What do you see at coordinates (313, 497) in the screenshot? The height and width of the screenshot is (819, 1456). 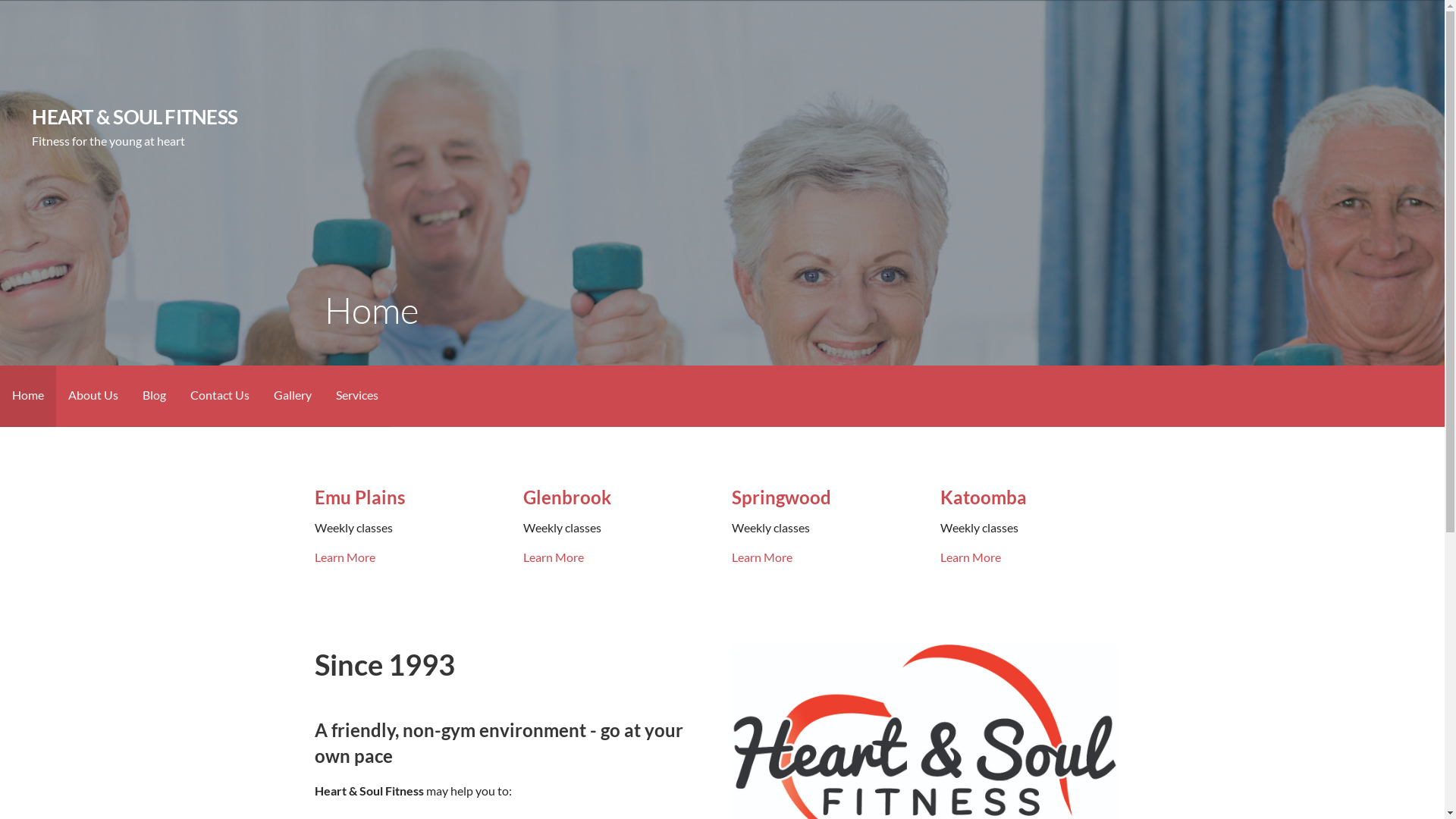 I see `'Emu Plains'` at bounding box center [313, 497].